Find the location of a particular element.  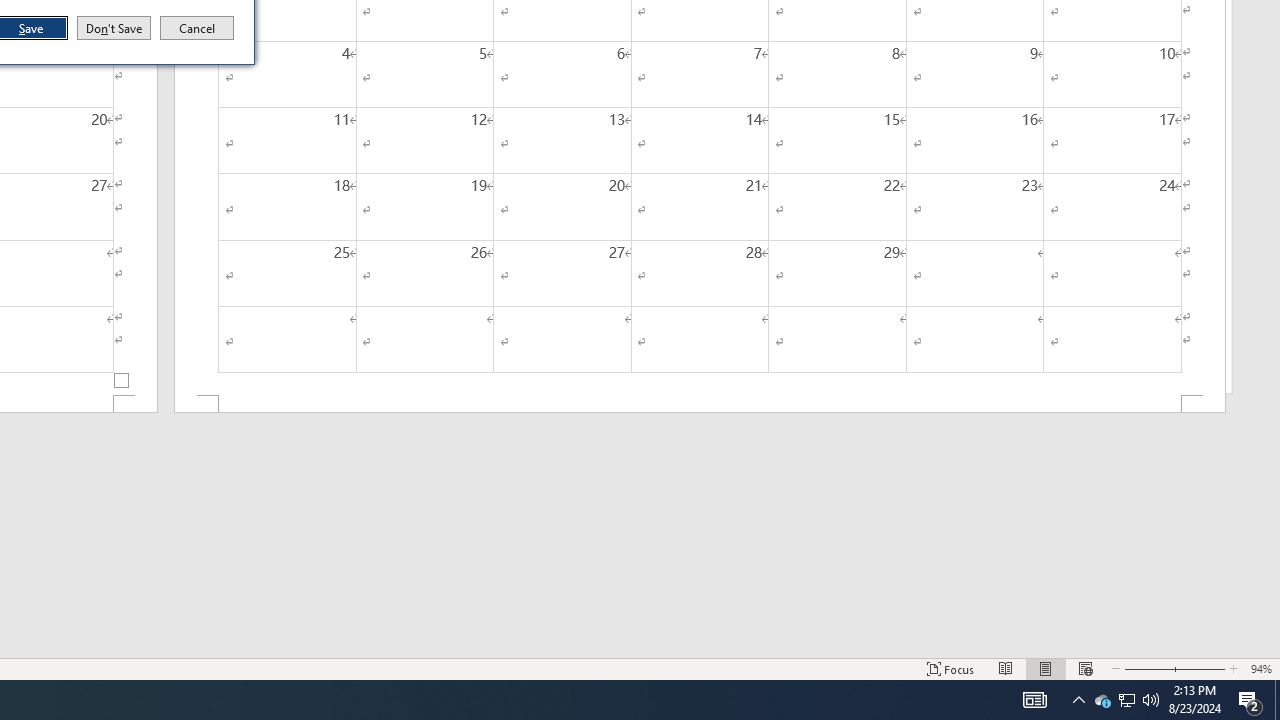

'Show desktop' is located at coordinates (1276, 698).